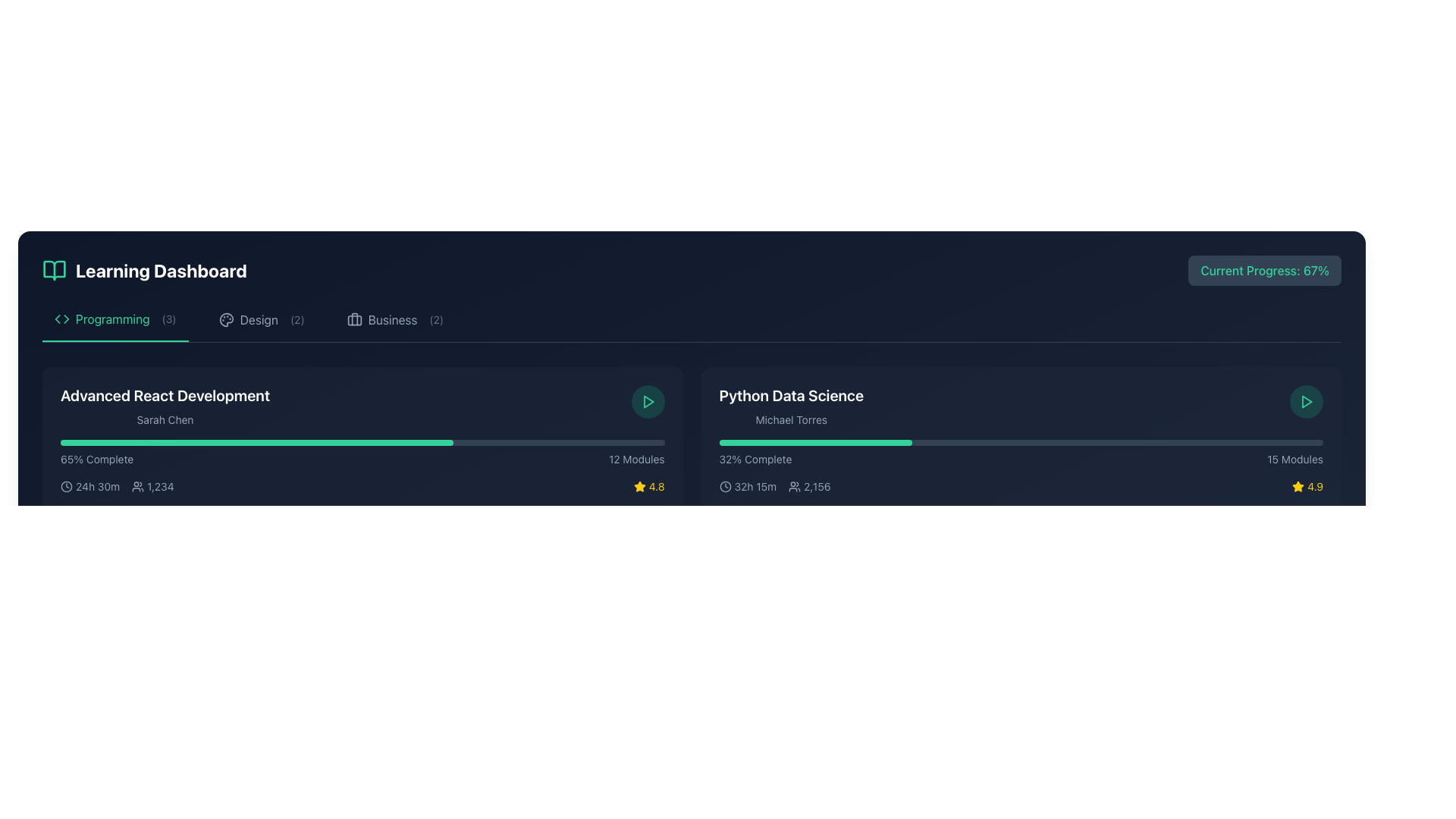  What do you see at coordinates (259, 318) in the screenshot?
I see `the 'Design' text label in the navigation menu, which serves as an identifier for the 'Design' section` at bounding box center [259, 318].